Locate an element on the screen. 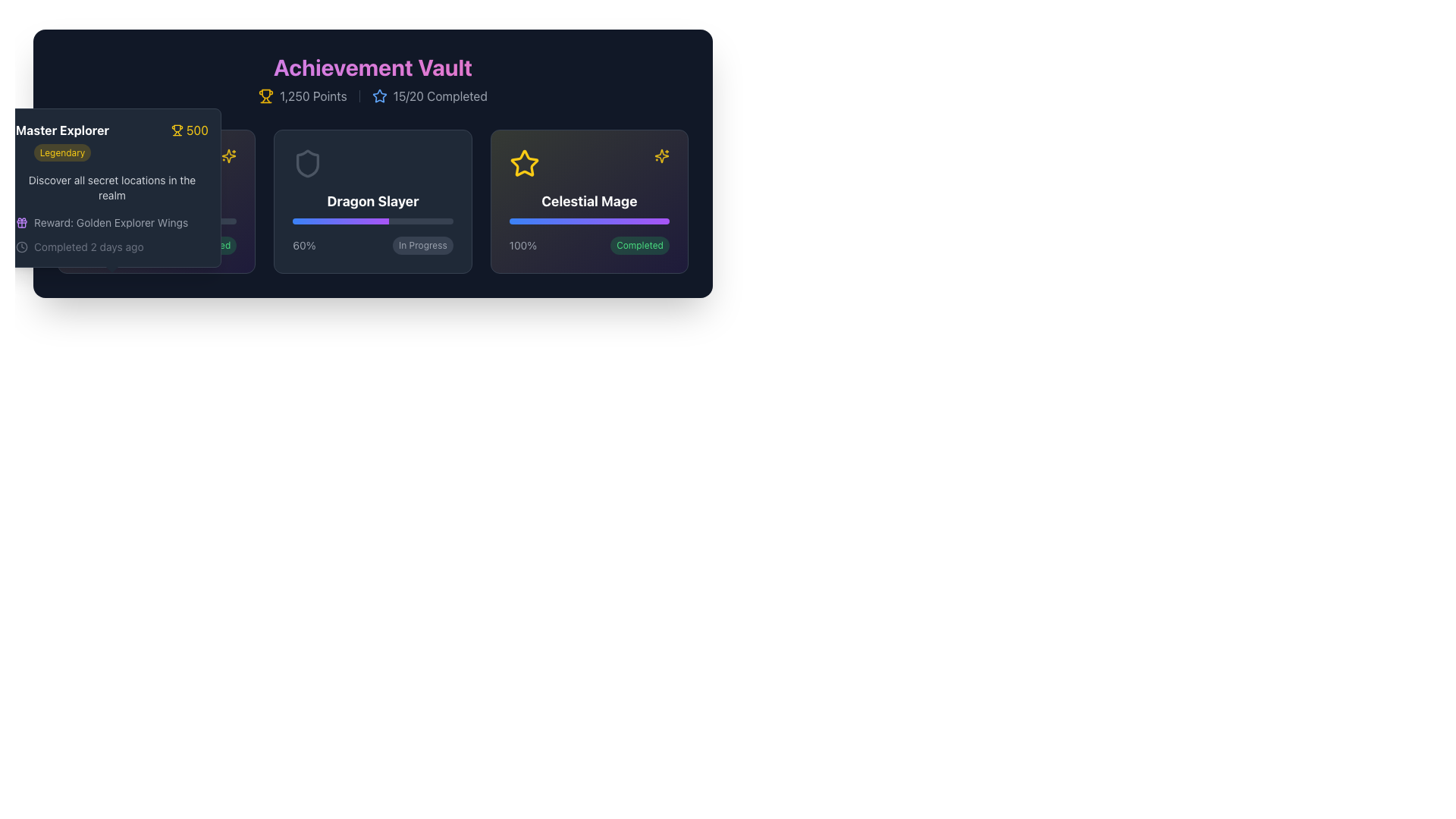 This screenshot has width=1456, height=819. the tooltip styled box providing information about the 'Master Explorer' achievement, which features a dark background and rounded corners is located at coordinates (156, 201).